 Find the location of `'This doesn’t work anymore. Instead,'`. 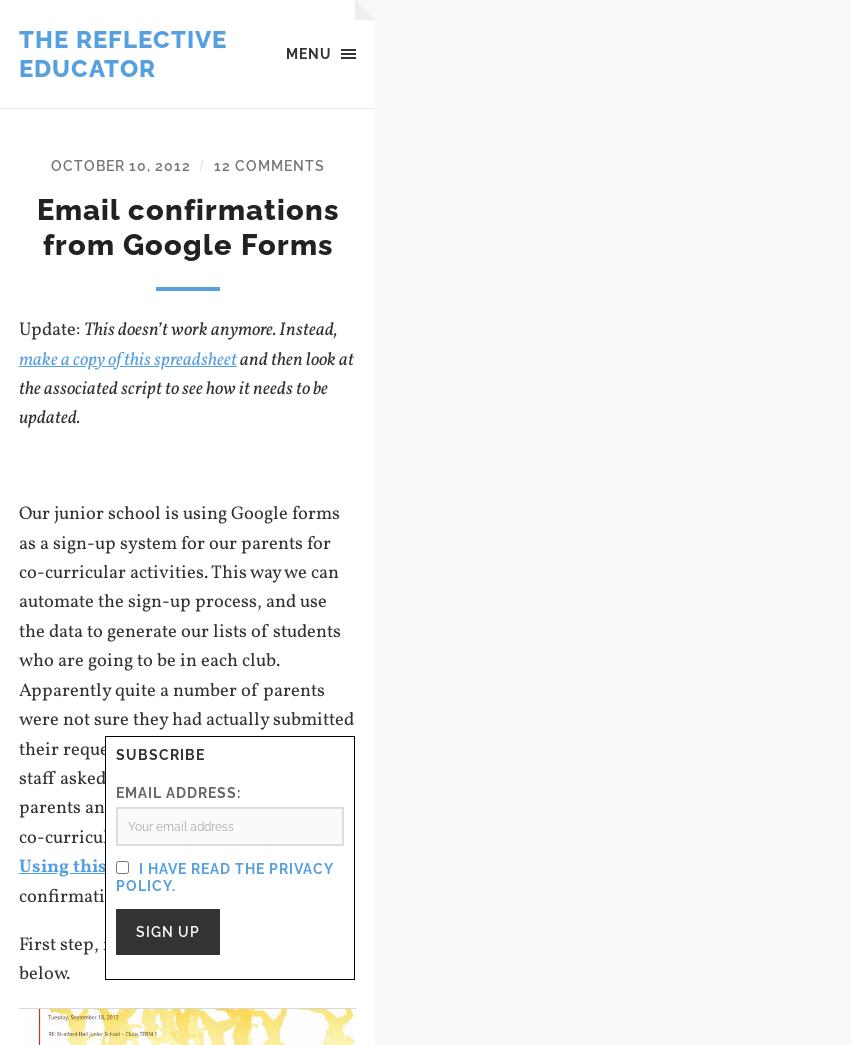

'This doesn’t work anymore. Instead,' is located at coordinates (210, 330).